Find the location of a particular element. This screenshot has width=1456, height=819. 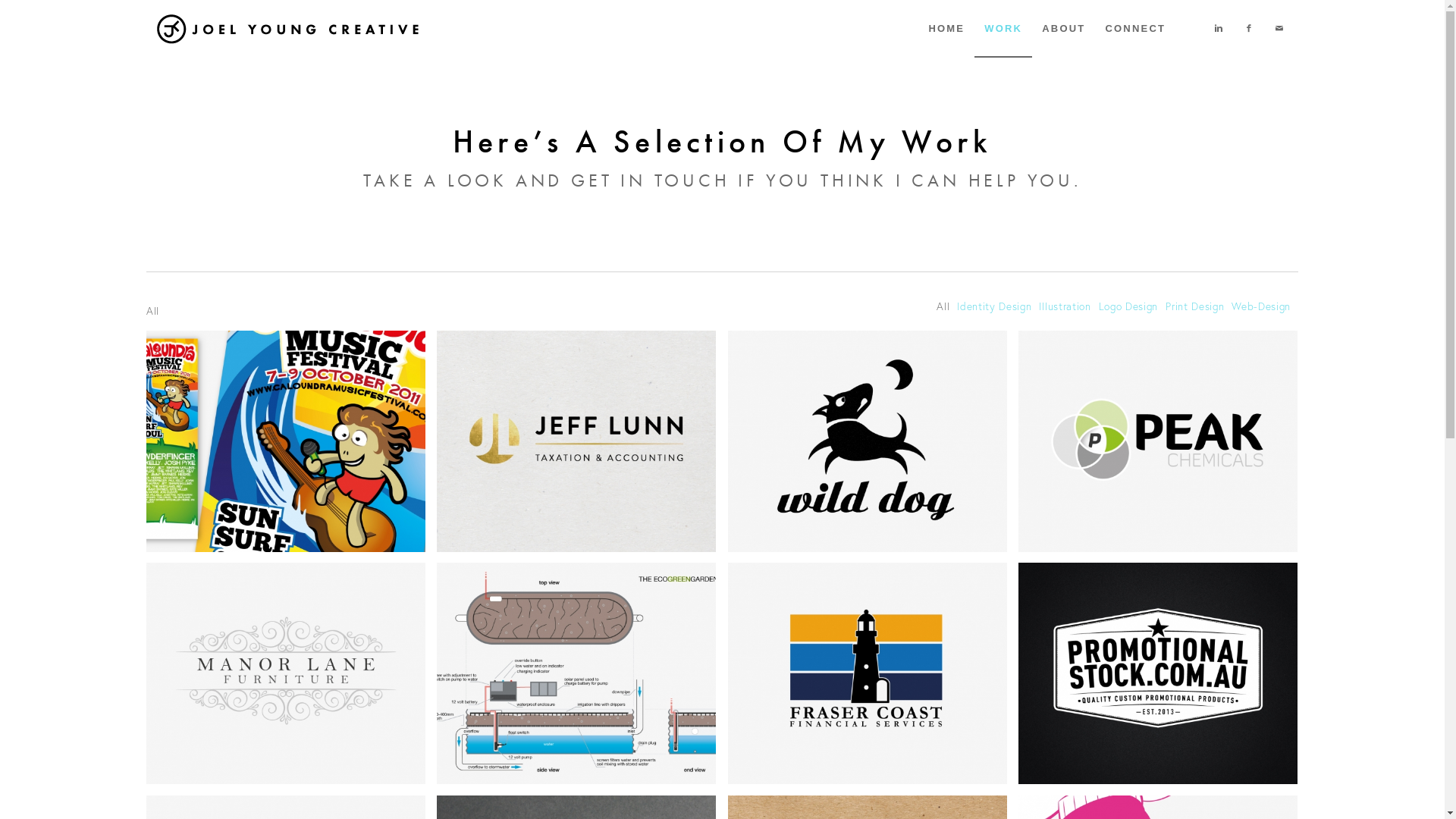

'Linkedin' is located at coordinates (1219, 28).